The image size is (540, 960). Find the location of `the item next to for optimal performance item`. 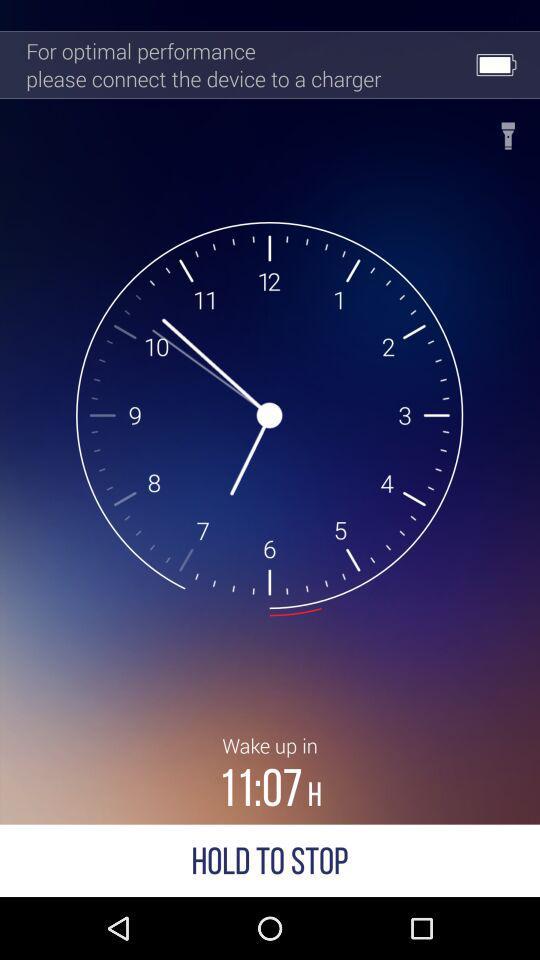

the item next to for optimal performance item is located at coordinates (508, 129).